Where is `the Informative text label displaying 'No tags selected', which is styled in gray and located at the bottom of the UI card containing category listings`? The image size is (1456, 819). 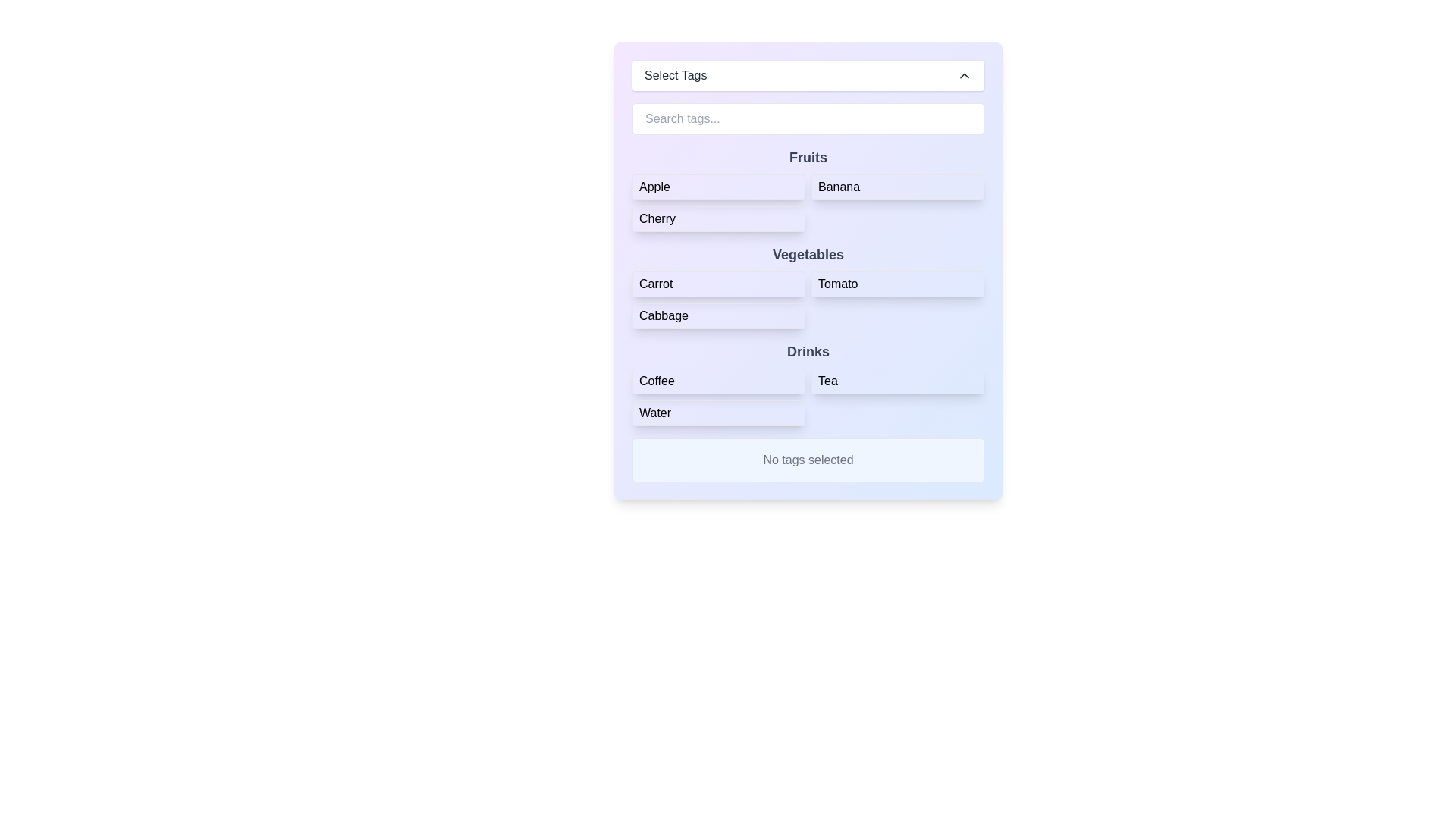 the Informative text label displaying 'No tags selected', which is styled in gray and located at the bottom of the UI card containing category listings is located at coordinates (807, 459).